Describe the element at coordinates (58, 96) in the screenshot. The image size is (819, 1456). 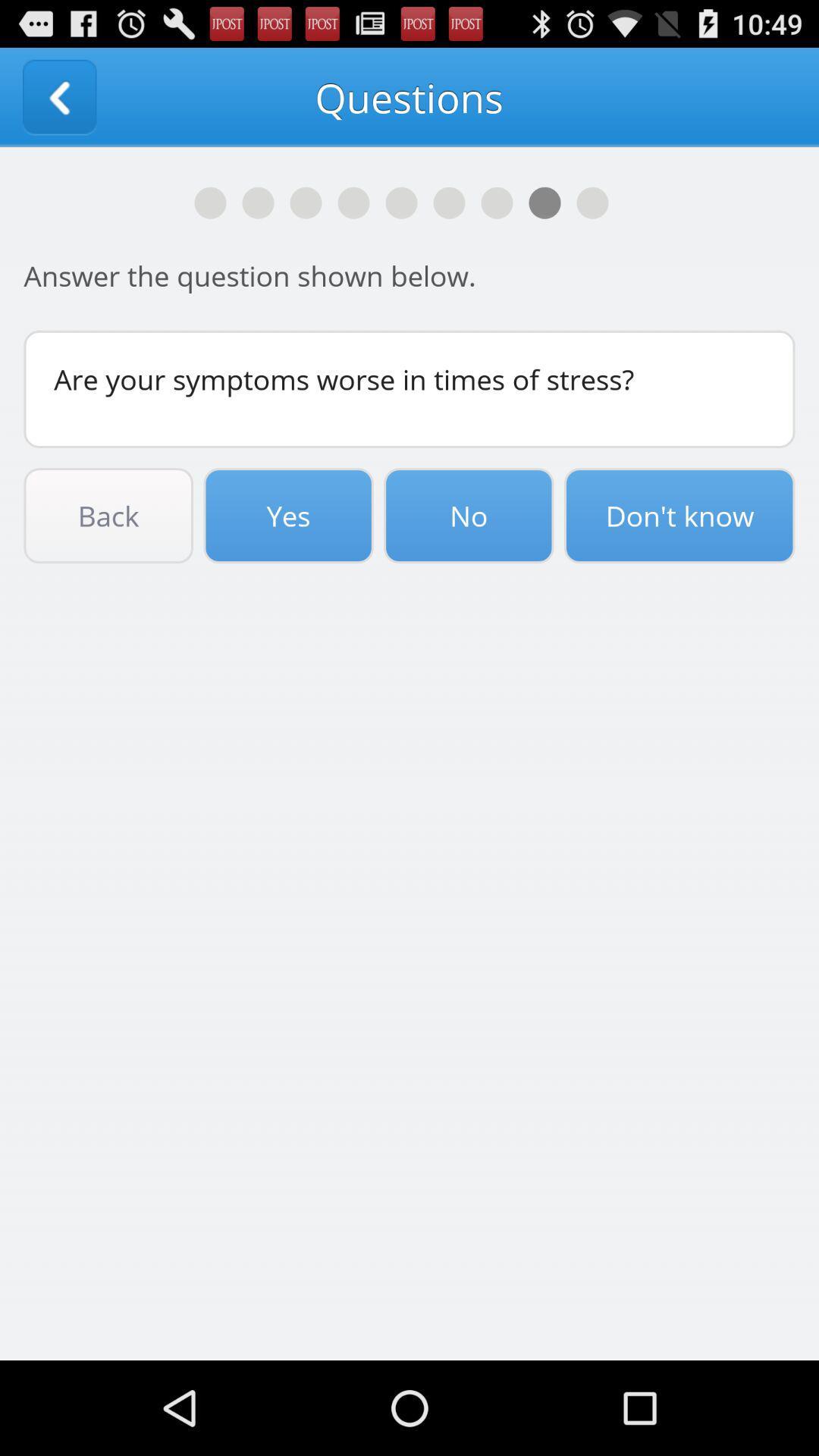
I see `come back` at that location.